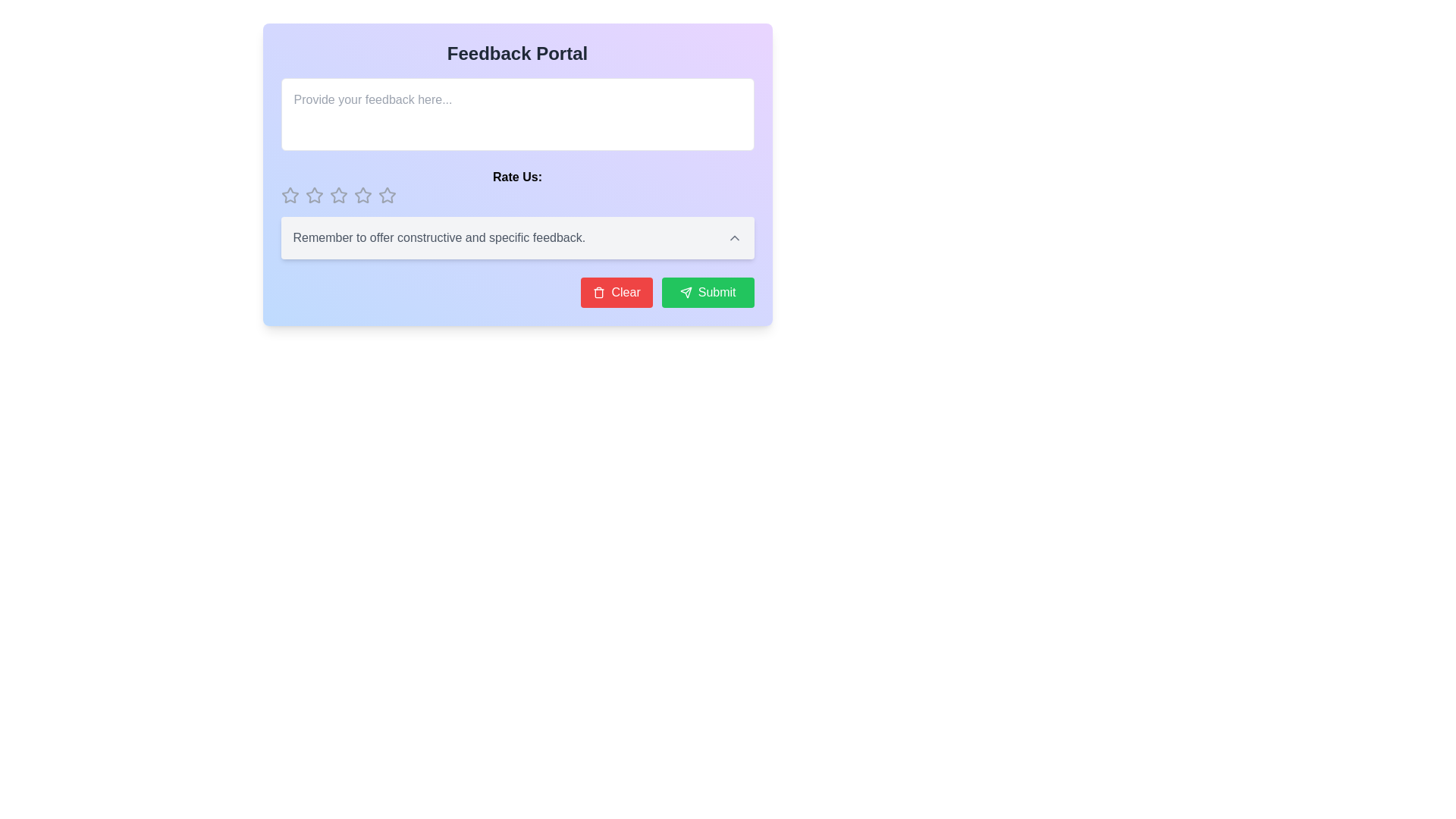 The width and height of the screenshot is (1456, 819). What do you see at coordinates (617, 292) in the screenshot?
I see `the 'Clear' button, which is a rectangular button with a red background and white text, located in the bottom section of the feedback panel` at bounding box center [617, 292].